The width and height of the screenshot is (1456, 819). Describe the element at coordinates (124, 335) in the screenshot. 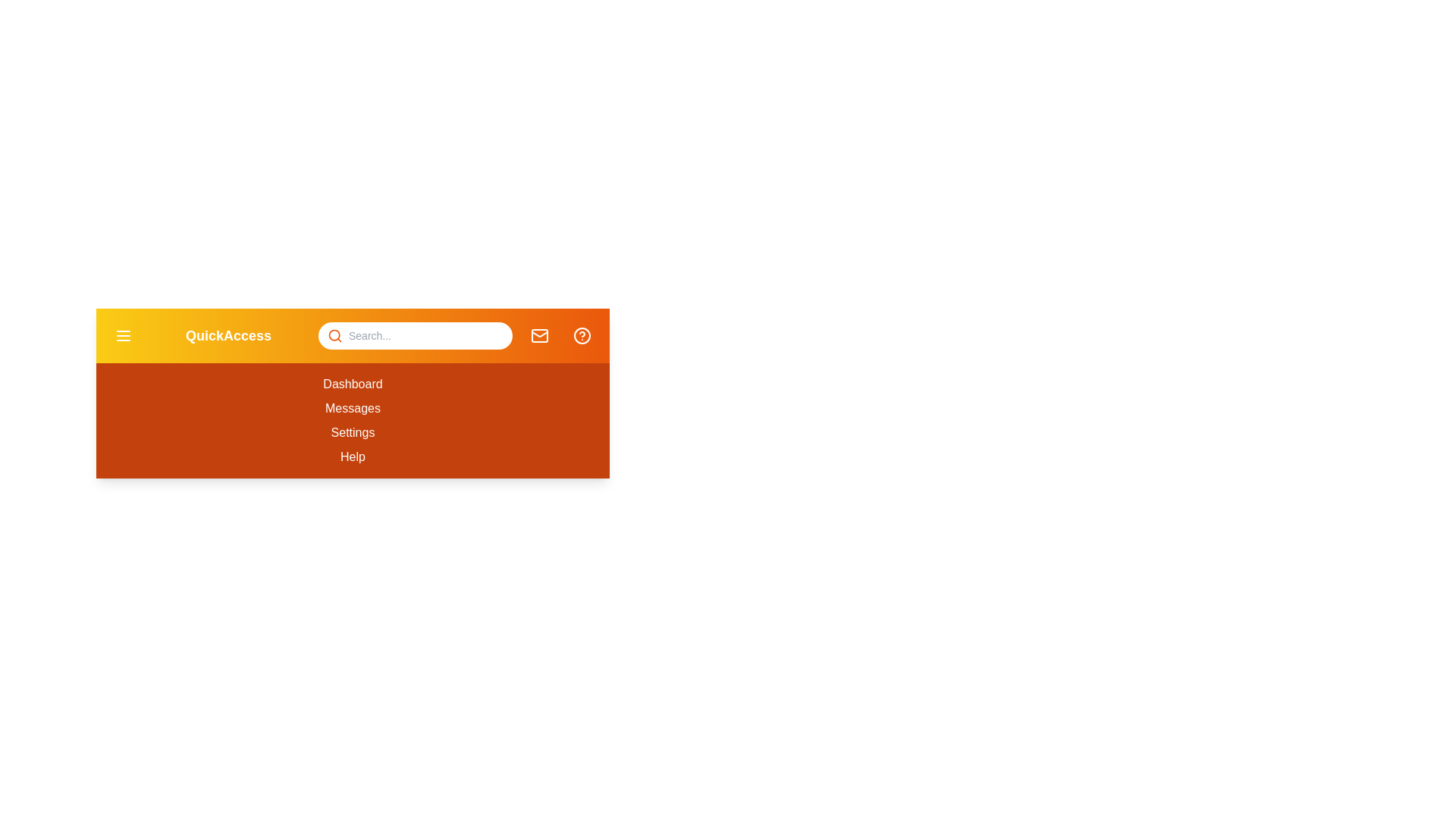

I see `the hamburger menu button with a yellow background located at the far left of the navigation bar` at that location.